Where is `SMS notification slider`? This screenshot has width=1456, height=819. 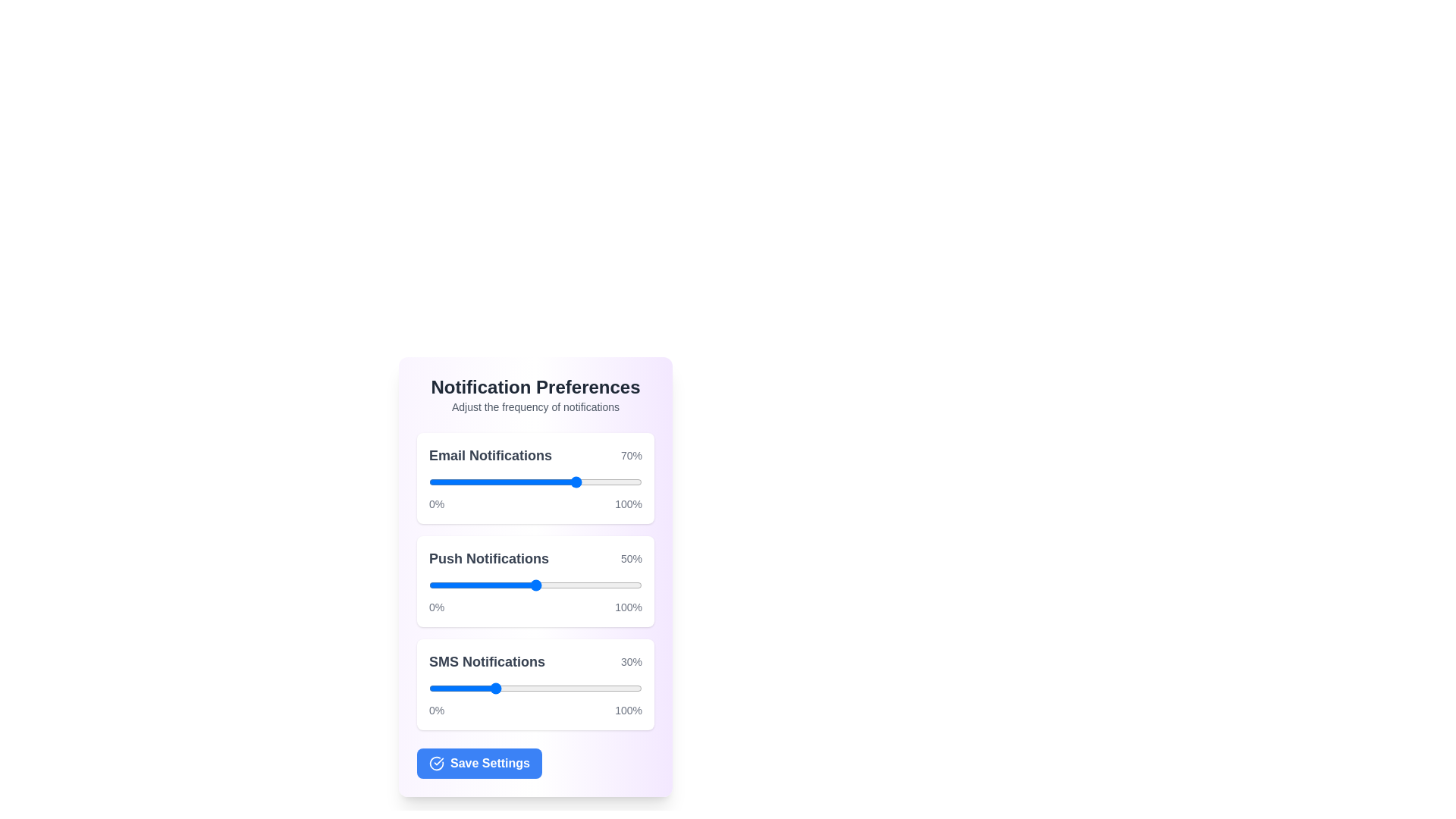 SMS notification slider is located at coordinates (556, 688).